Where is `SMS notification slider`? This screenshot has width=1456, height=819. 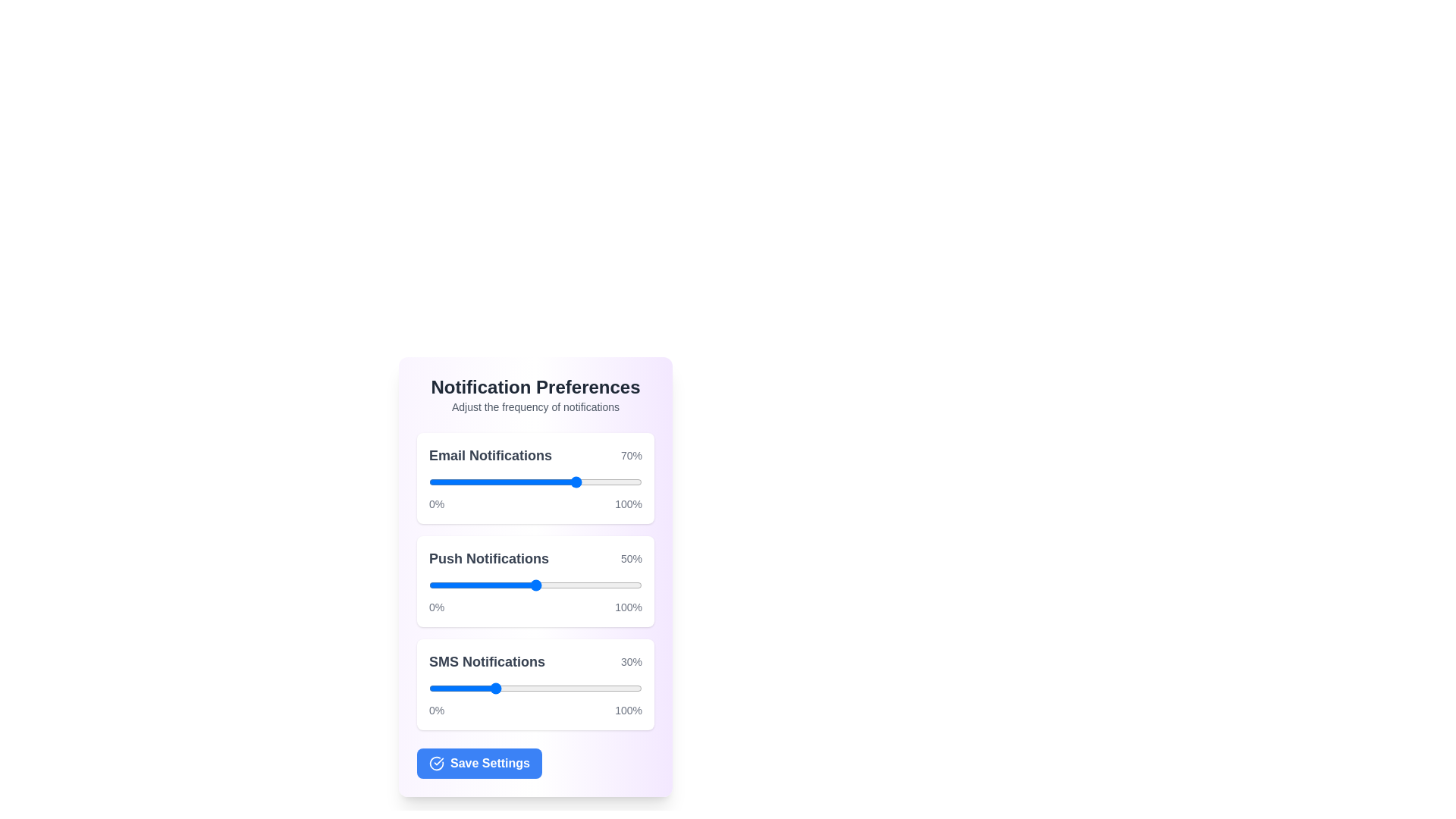 SMS notification slider is located at coordinates (556, 688).